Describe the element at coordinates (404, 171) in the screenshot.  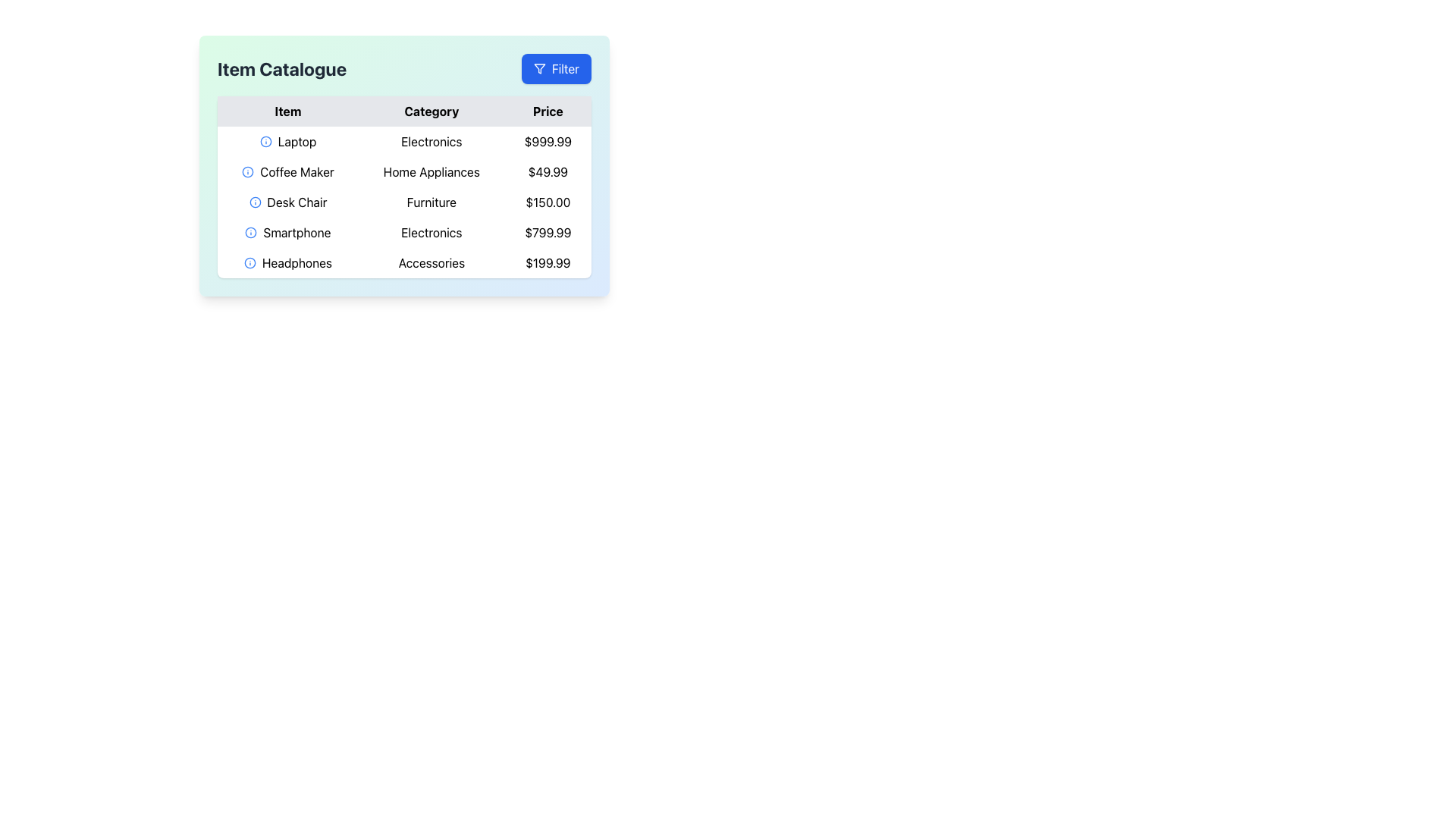
I see `the second row of the 'Item Catalogue' table` at that location.